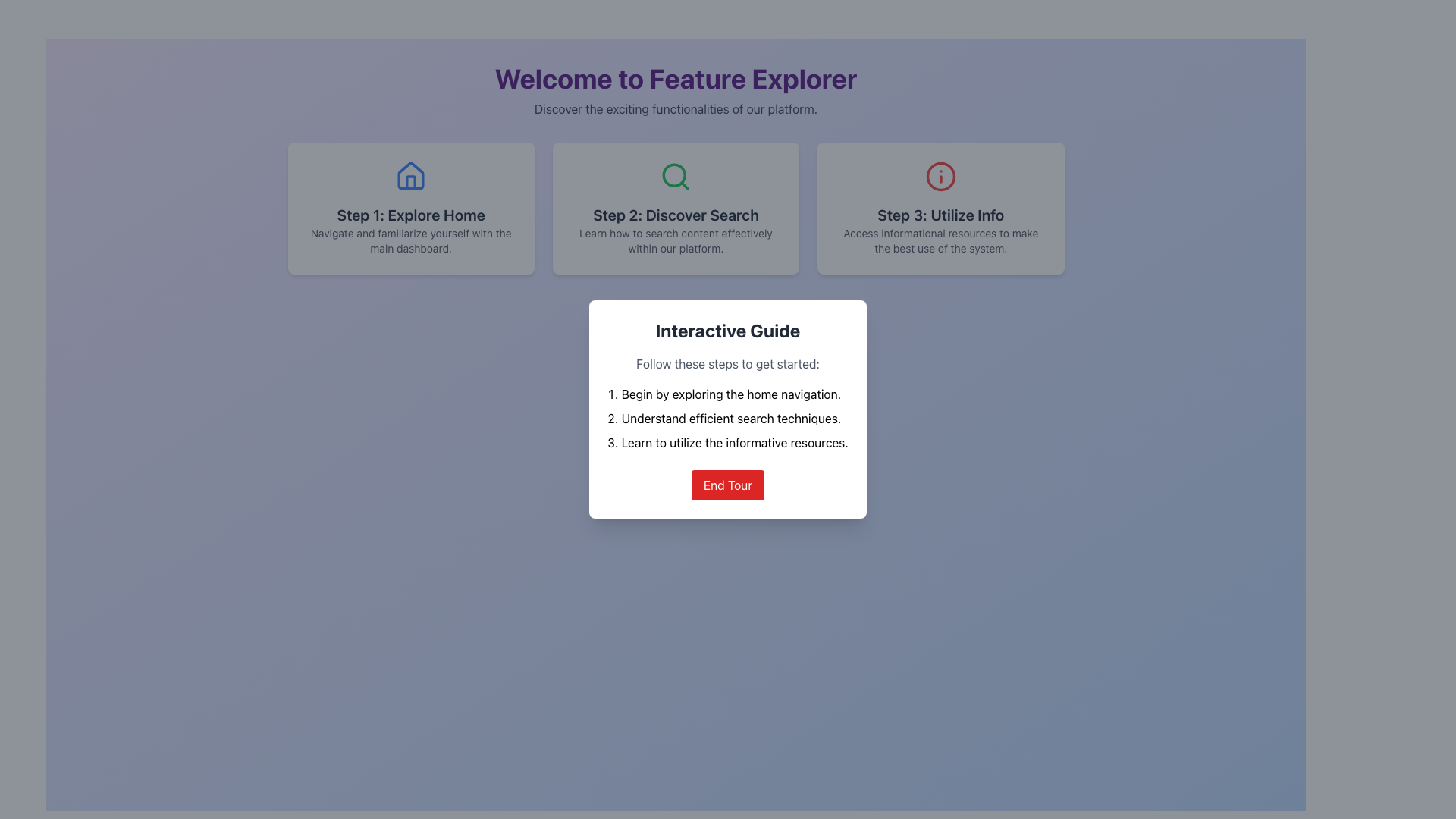 This screenshot has height=819, width=1456. What do you see at coordinates (728, 394) in the screenshot?
I see `the text 'Begin by exploring the home navigation.' which is the first item in the list within the 'Interactive Guide' dialog box` at bounding box center [728, 394].